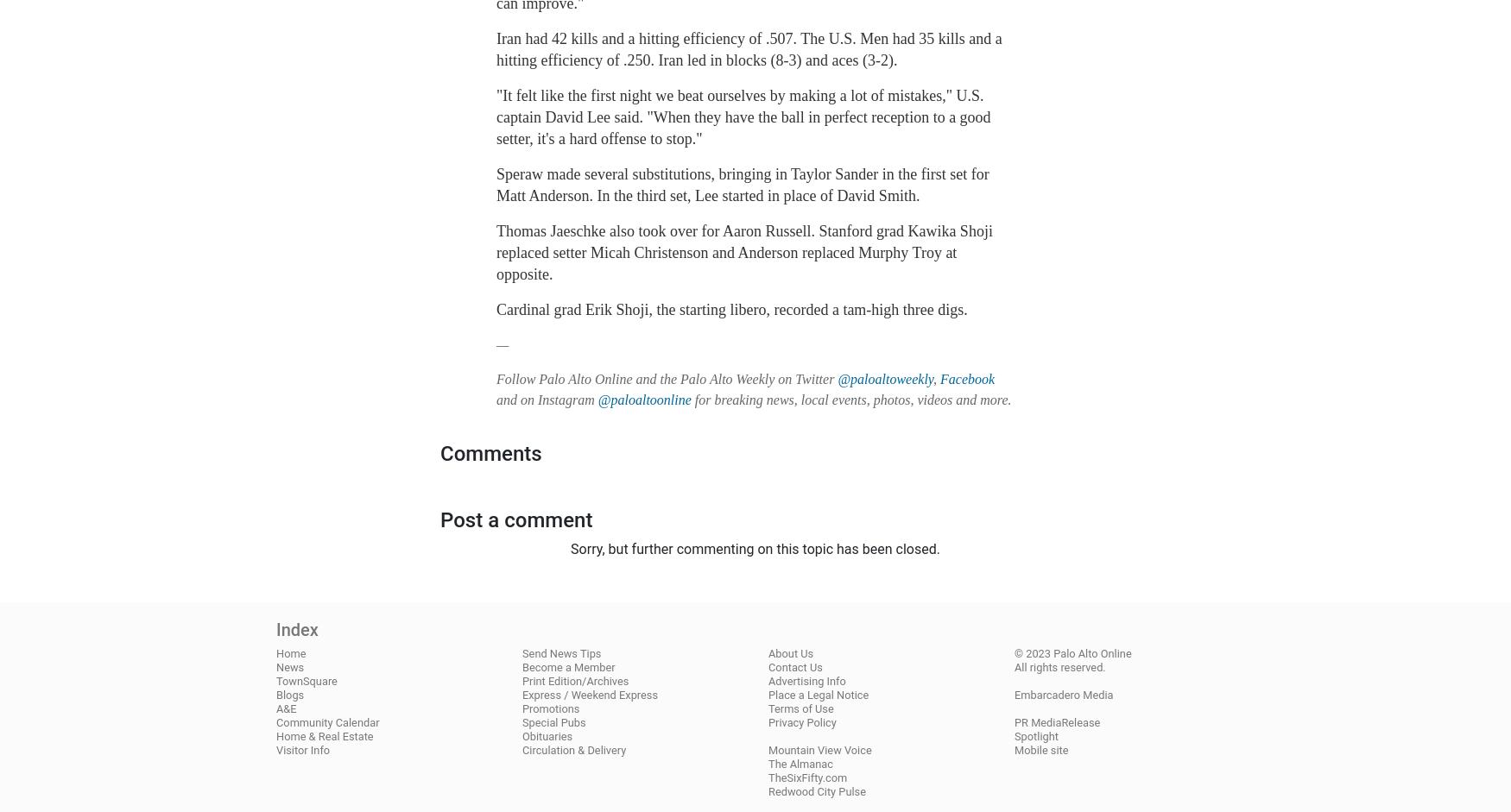  I want to click on 'The Almanac', so click(800, 763).